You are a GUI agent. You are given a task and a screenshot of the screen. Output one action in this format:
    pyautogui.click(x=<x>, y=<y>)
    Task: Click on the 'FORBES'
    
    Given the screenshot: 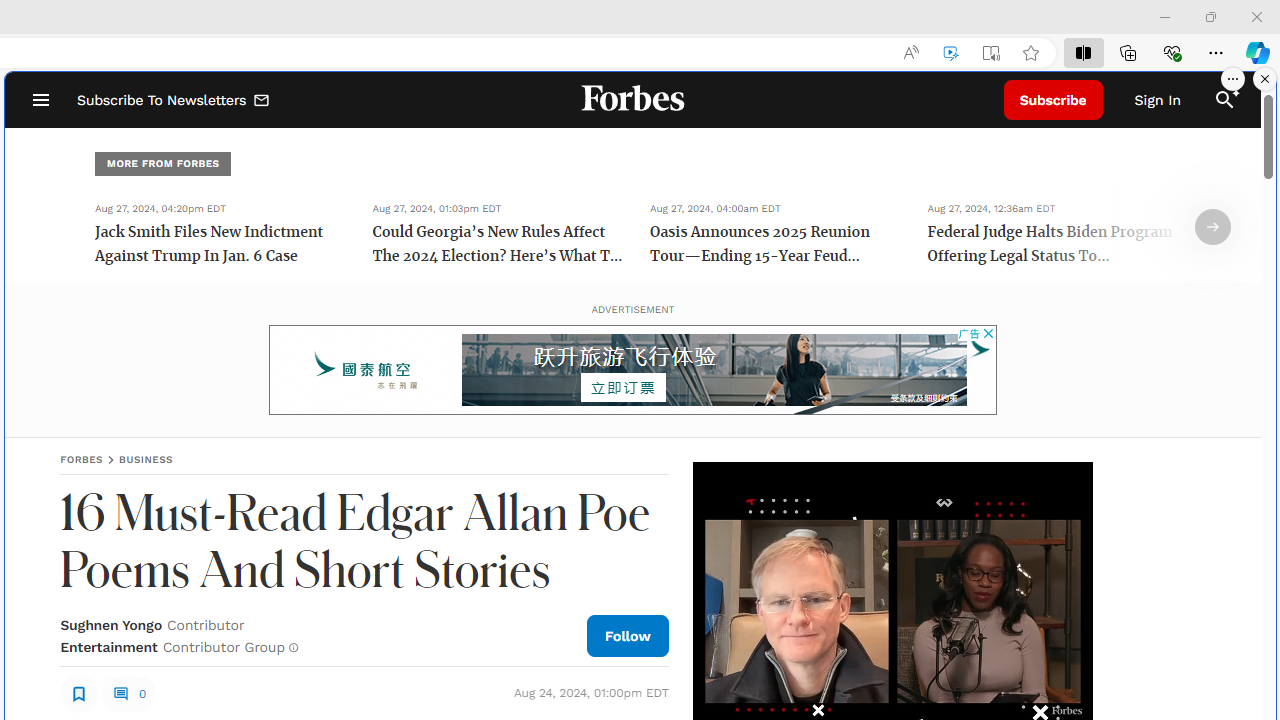 What is the action you would take?
    pyautogui.click(x=80, y=459)
    